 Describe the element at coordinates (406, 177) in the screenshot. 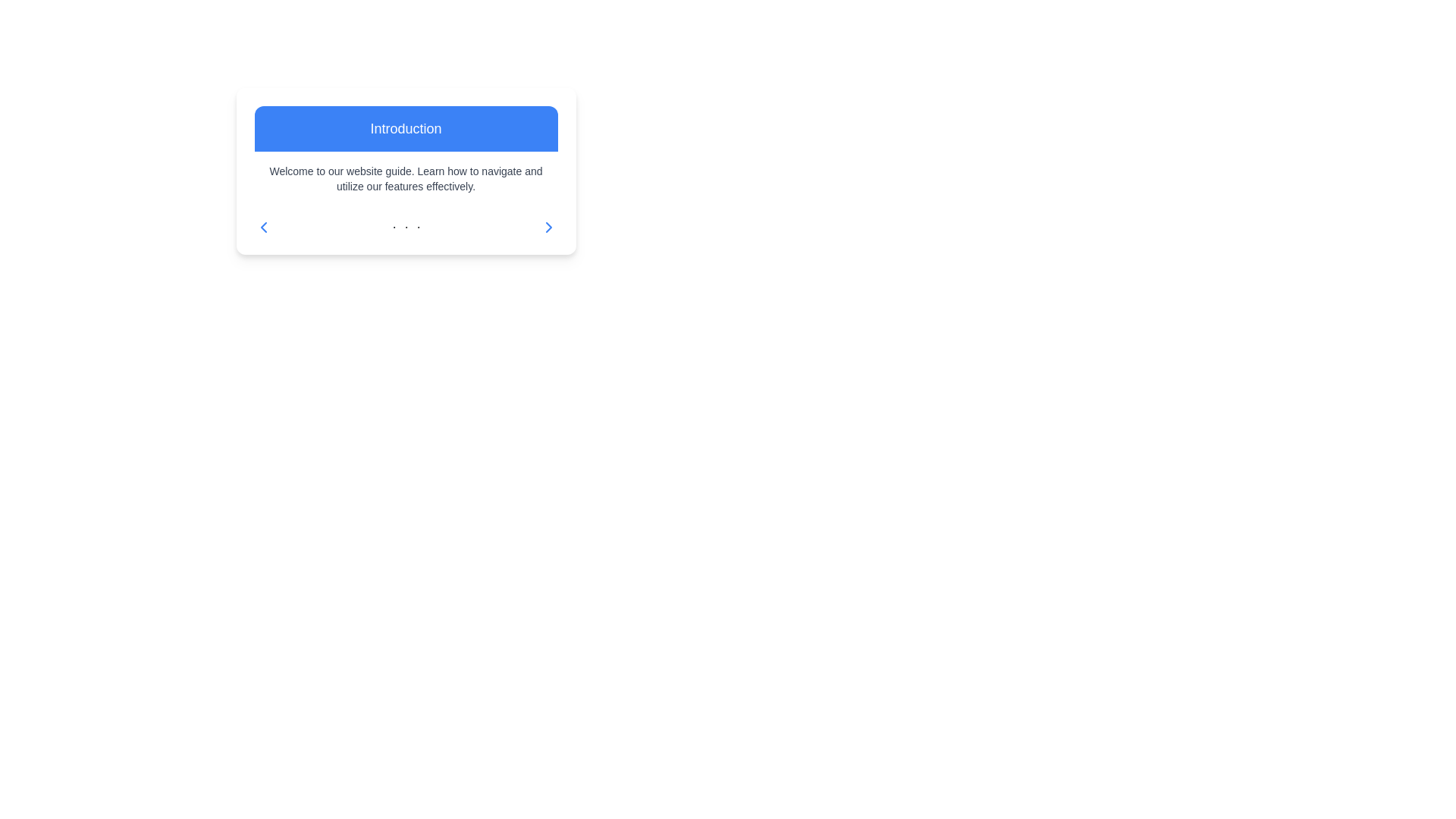

I see `instructional text block that says 'Welcome to our website guide. Learn how to navigate and utilize our features effectively.' located below the blue header labeled 'Introduction'` at that location.